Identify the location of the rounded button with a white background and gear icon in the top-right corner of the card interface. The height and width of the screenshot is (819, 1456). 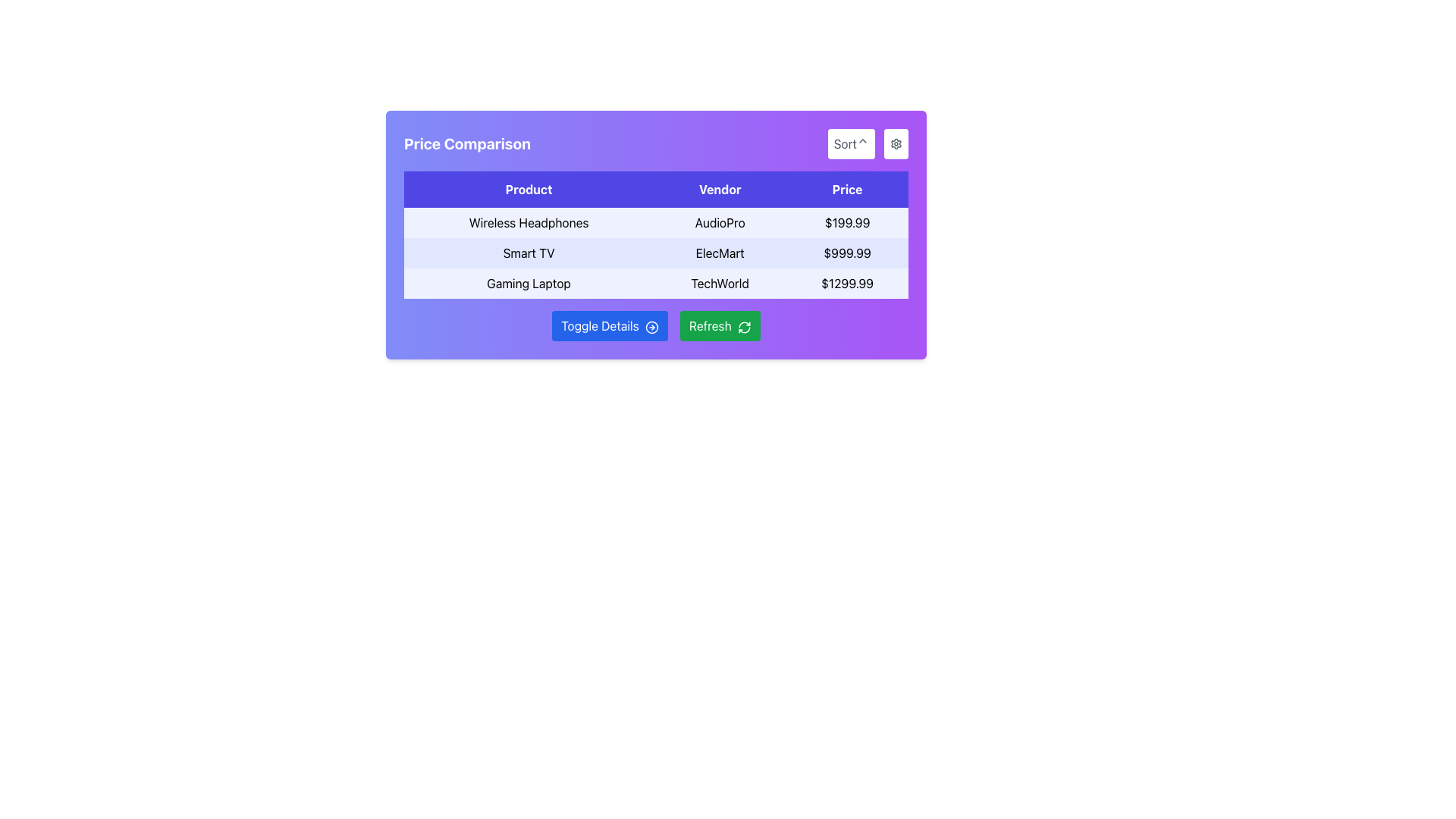
(896, 143).